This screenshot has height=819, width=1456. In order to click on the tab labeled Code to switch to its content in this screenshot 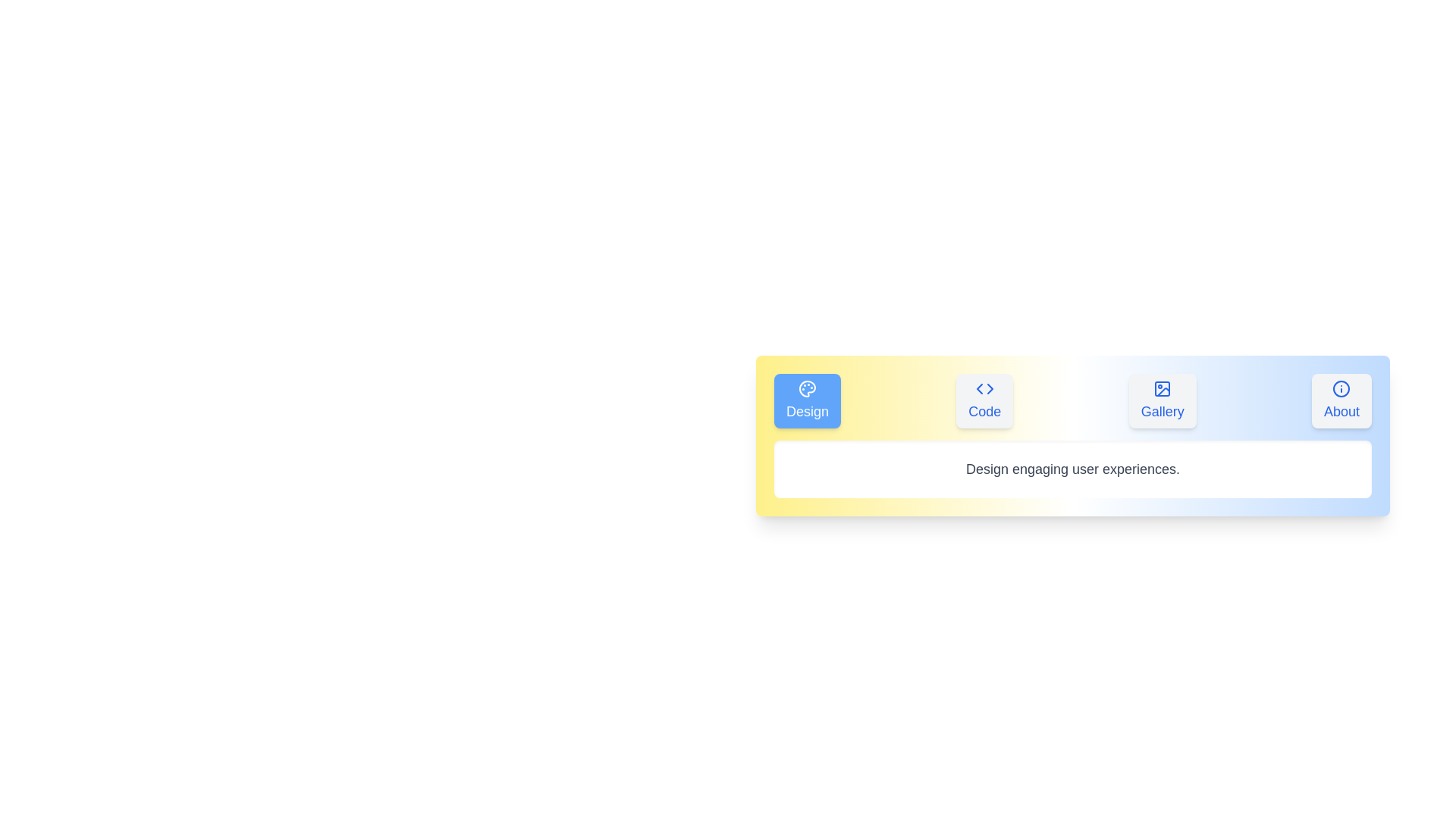, I will do `click(985, 400)`.